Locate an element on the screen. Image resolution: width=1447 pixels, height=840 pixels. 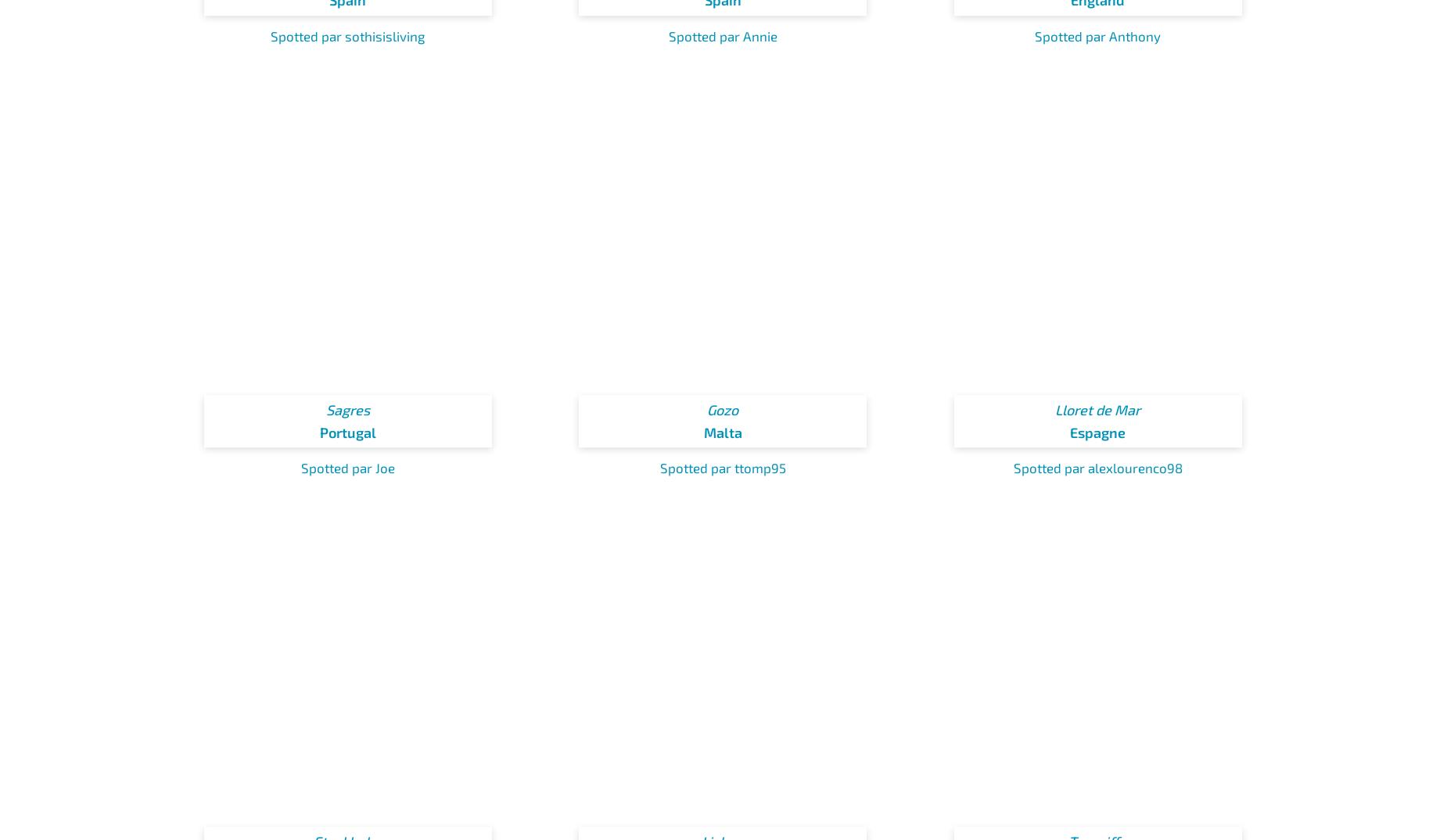
'Portugal' is located at coordinates (318, 431).